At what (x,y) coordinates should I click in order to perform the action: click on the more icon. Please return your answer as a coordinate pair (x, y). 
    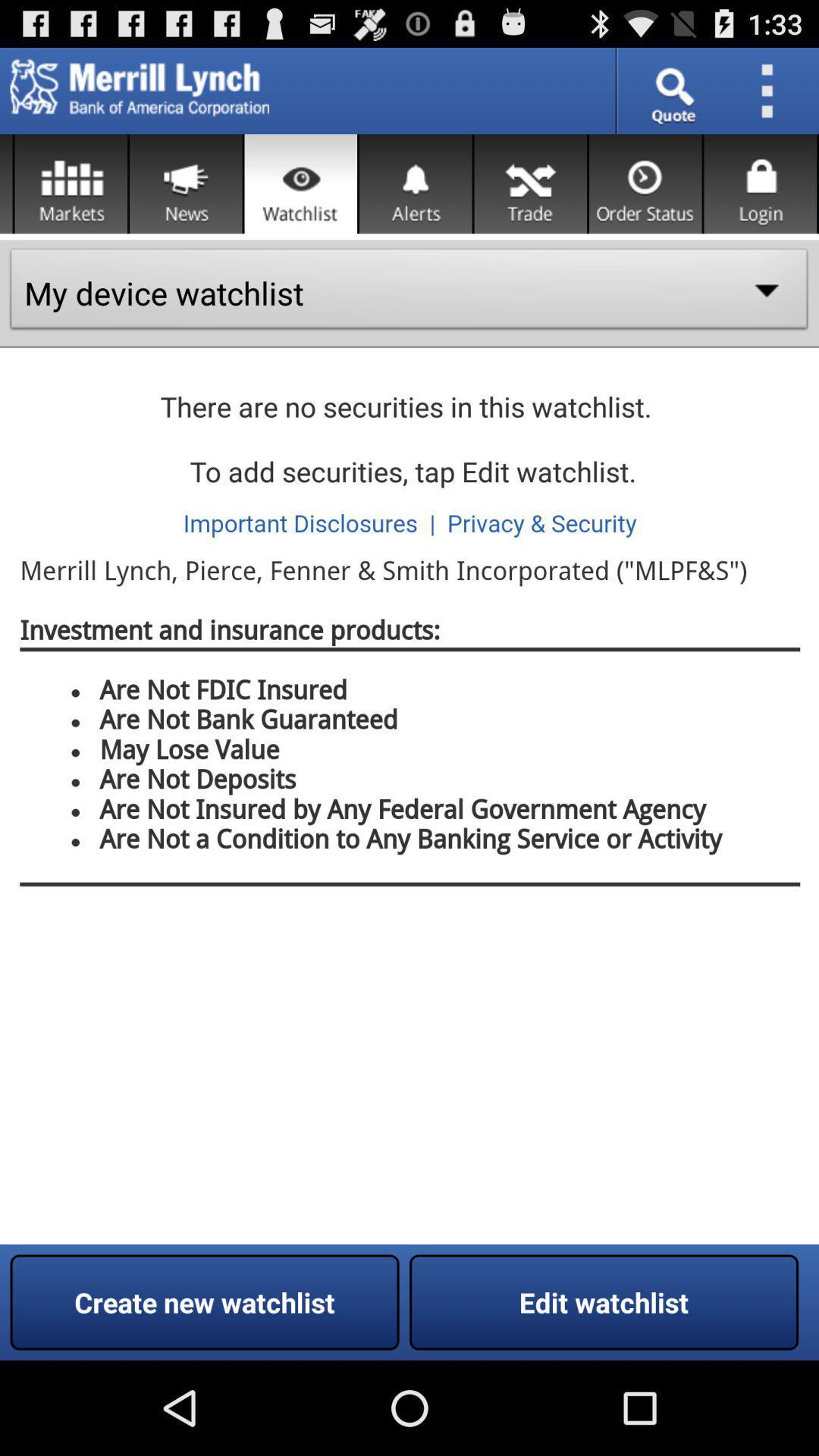
    Looking at the image, I should click on (772, 96).